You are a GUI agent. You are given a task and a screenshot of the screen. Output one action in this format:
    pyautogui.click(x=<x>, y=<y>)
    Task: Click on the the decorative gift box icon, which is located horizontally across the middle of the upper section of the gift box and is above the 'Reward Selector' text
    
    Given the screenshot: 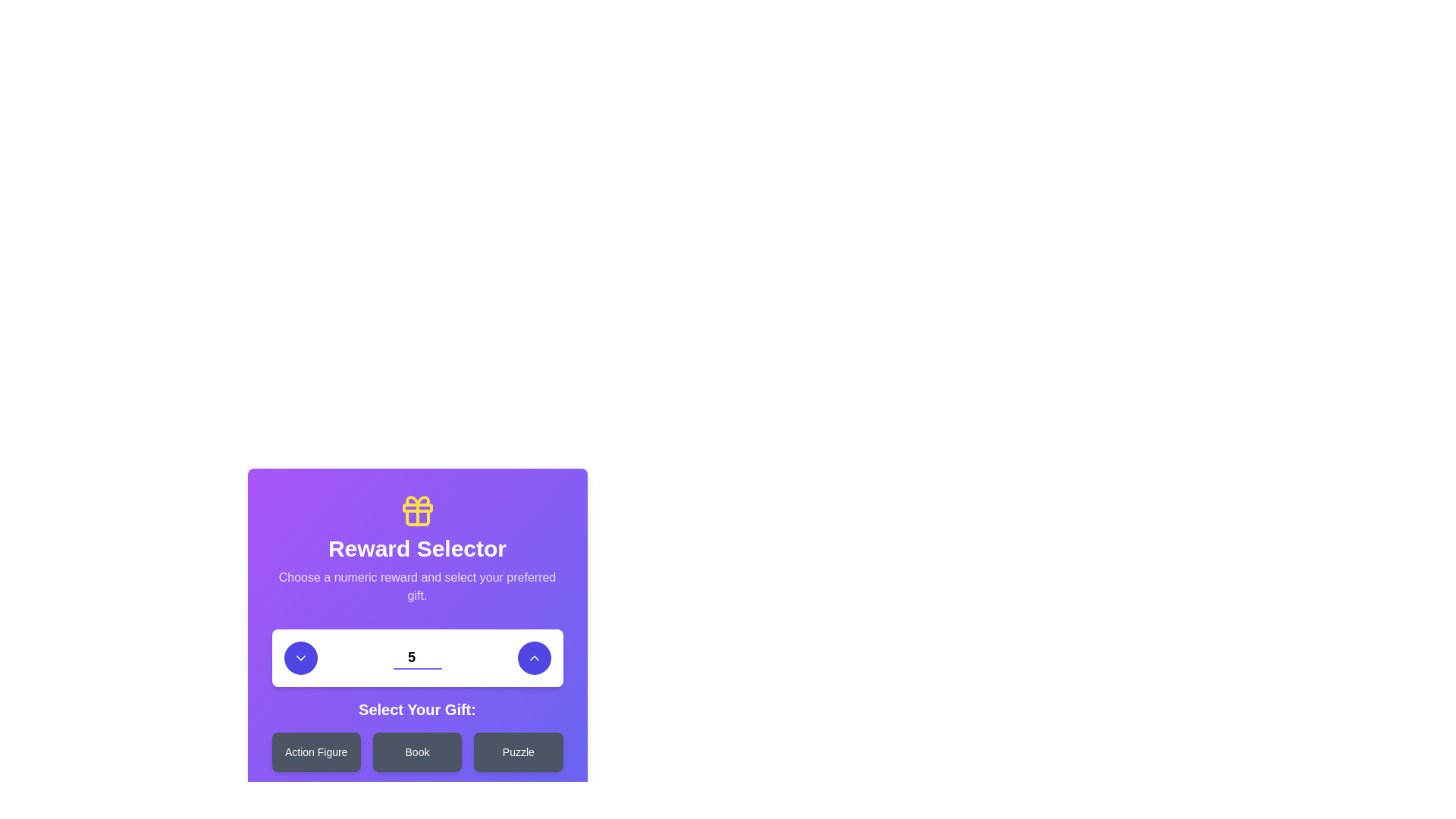 What is the action you would take?
    pyautogui.click(x=417, y=508)
    